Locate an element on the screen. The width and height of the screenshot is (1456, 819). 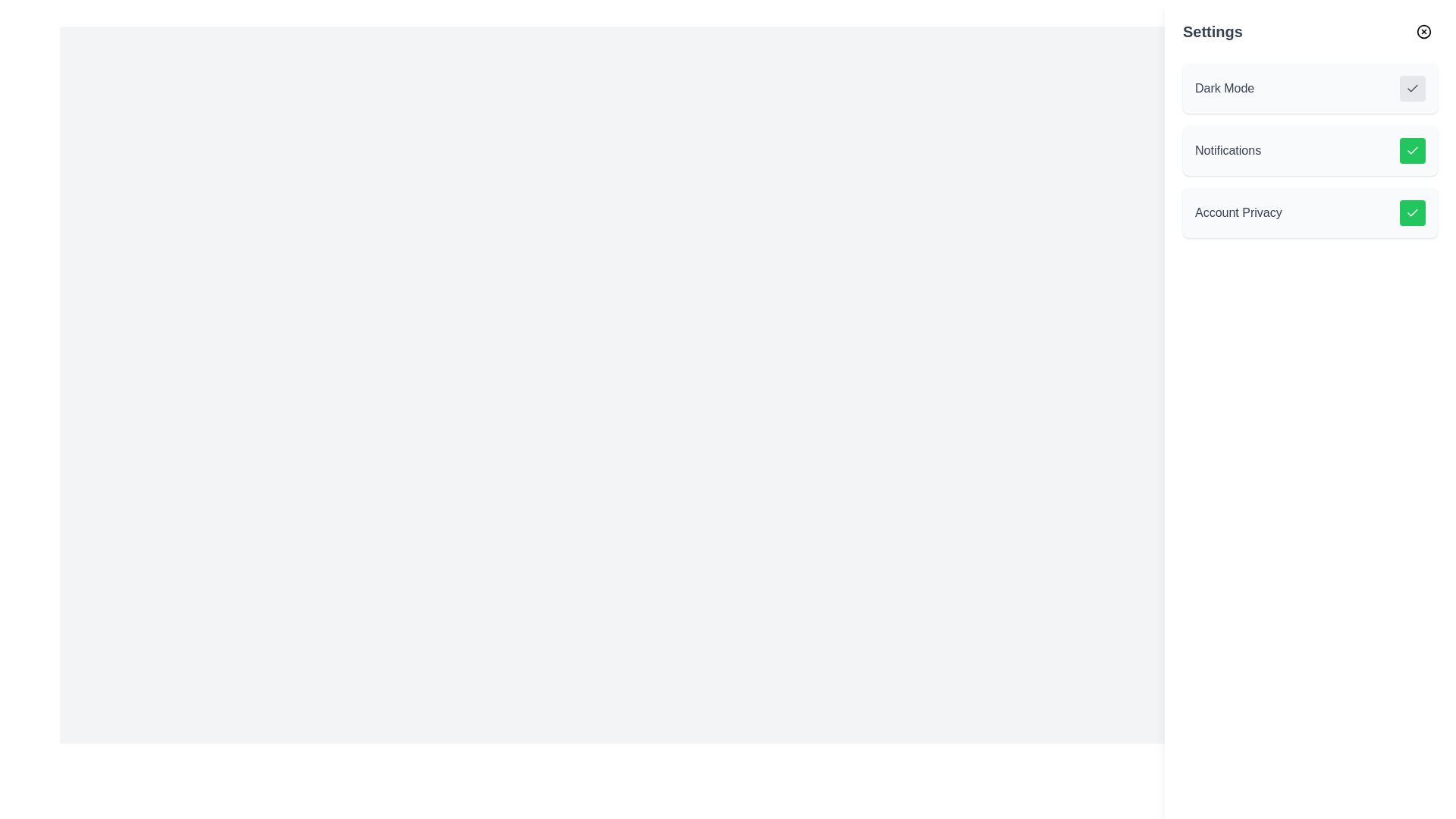
the circular close icon located in the top-right corner of the 'Settings' panel, which is used is located at coordinates (1423, 32).